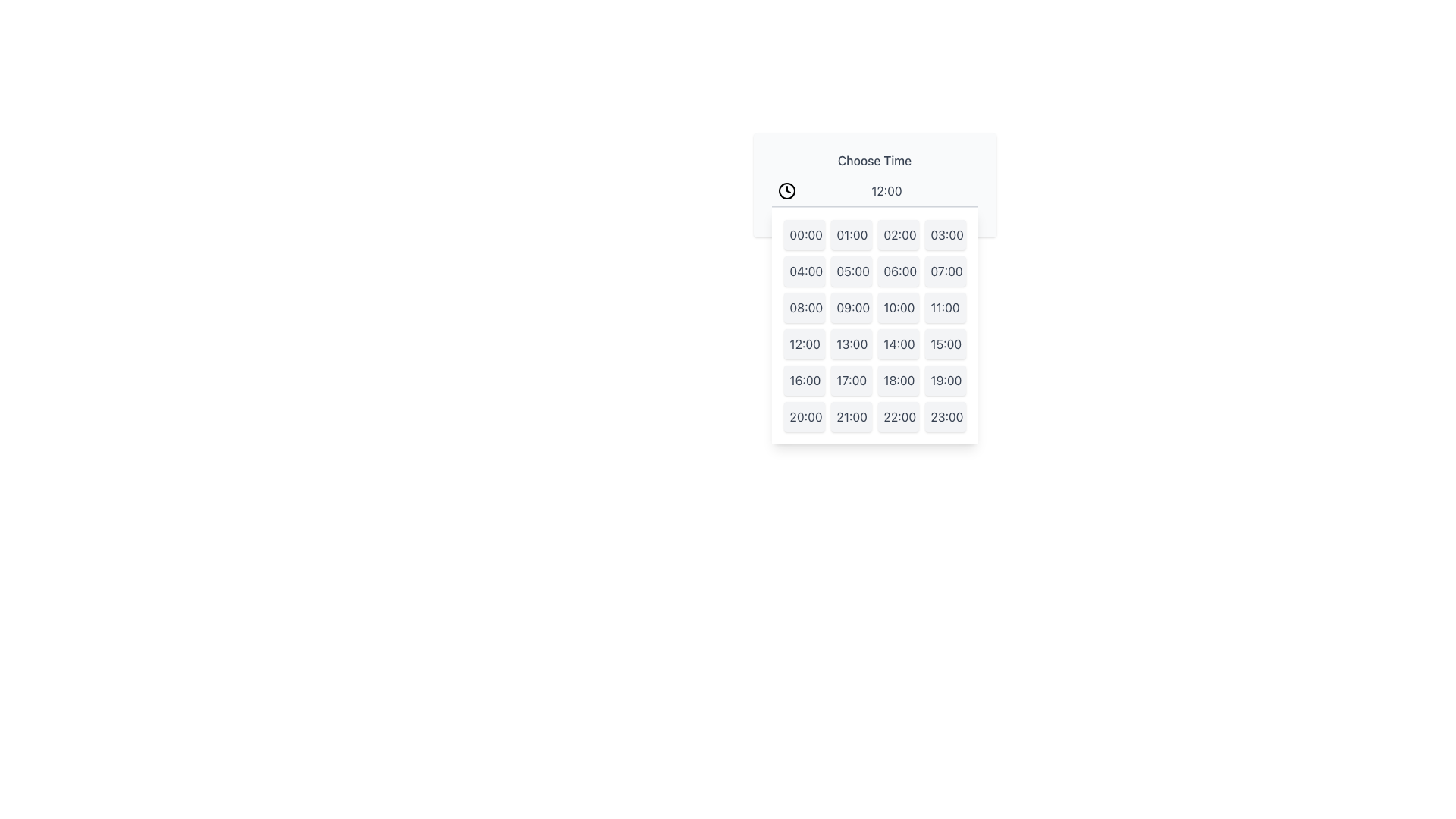 This screenshot has width=1456, height=819. What do you see at coordinates (874, 184) in the screenshot?
I see `the time display element showing '12:00' which is styled in gray and located below the 'Choose Time' label for further interaction` at bounding box center [874, 184].